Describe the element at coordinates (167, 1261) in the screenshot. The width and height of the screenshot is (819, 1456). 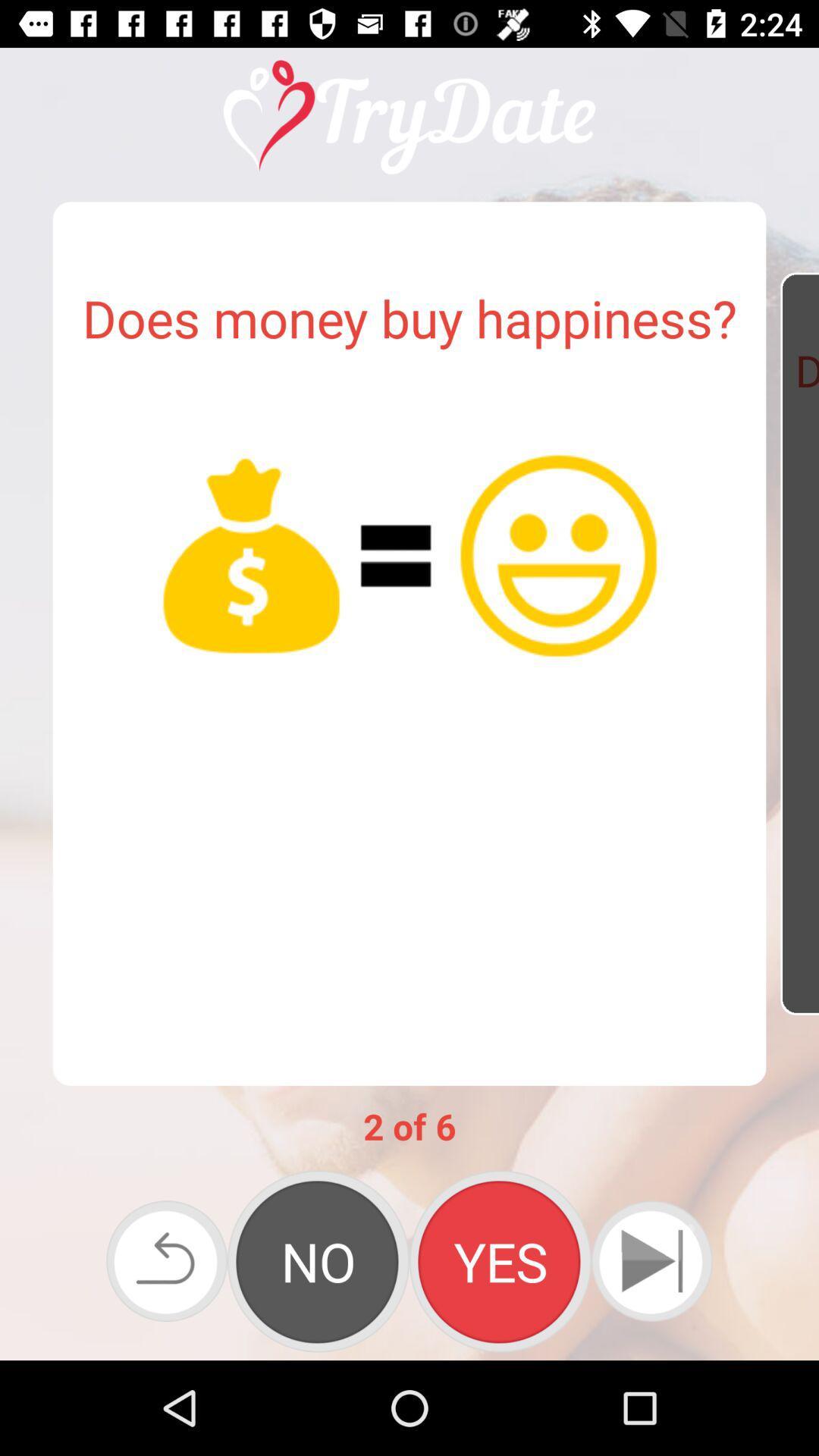
I see `the undo icon` at that location.